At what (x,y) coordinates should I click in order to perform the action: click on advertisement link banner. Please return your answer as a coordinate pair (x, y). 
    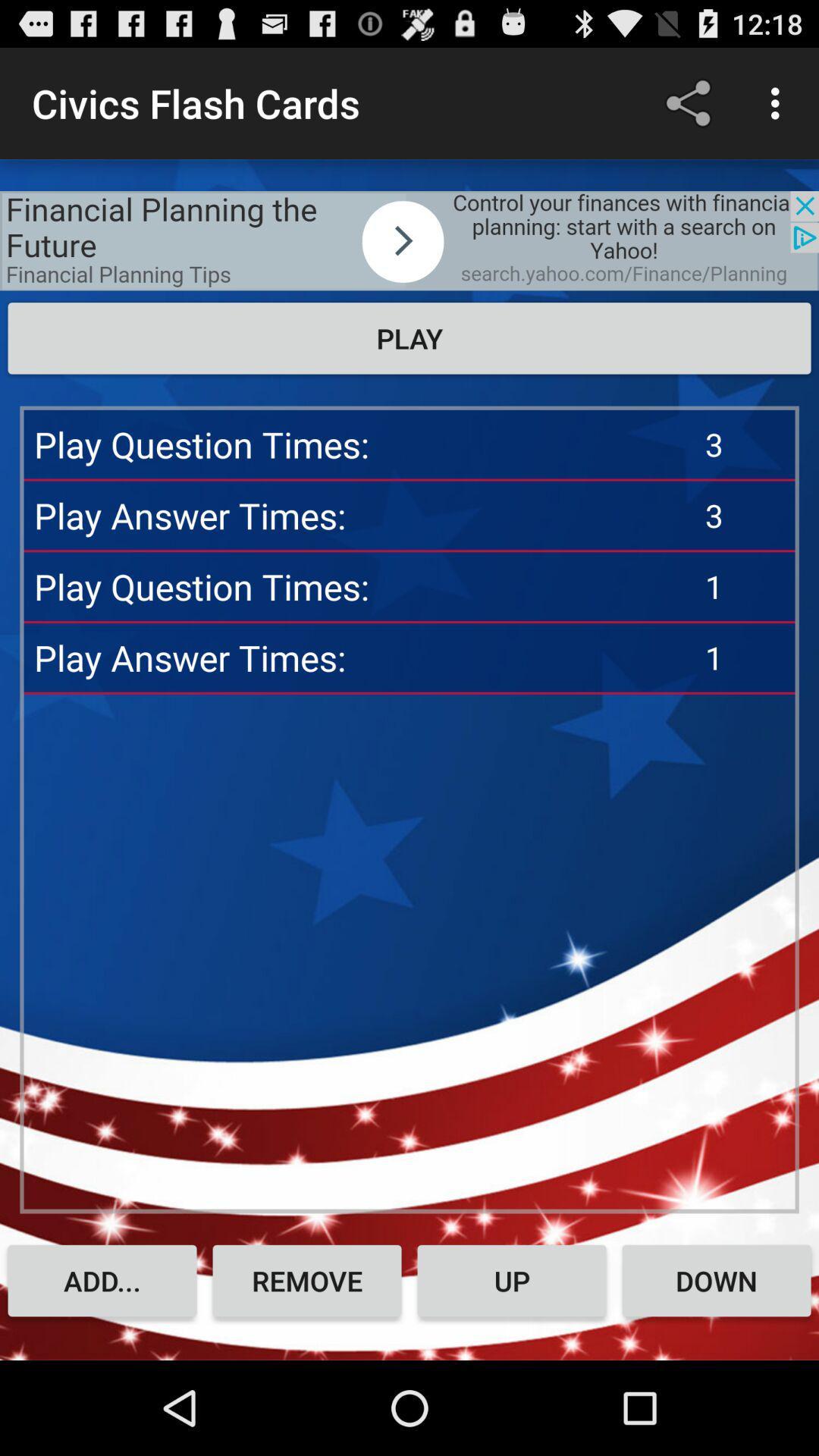
    Looking at the image, I should click on (409, 240).